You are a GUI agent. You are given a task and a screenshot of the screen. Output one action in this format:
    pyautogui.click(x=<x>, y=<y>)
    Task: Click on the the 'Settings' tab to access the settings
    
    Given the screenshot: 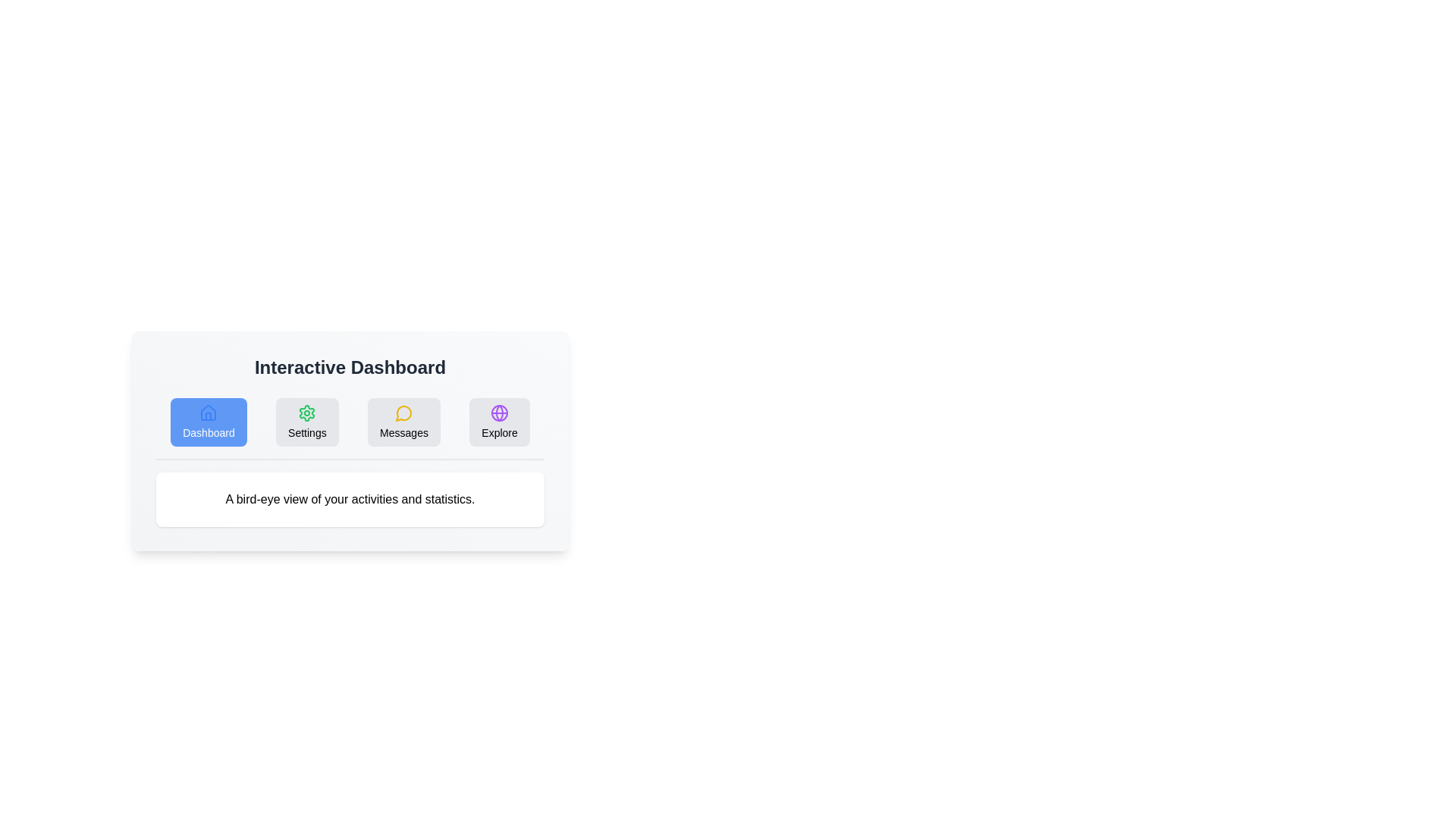 What is the action you would take?
    pyautogui.click(x=306, y=422)
    